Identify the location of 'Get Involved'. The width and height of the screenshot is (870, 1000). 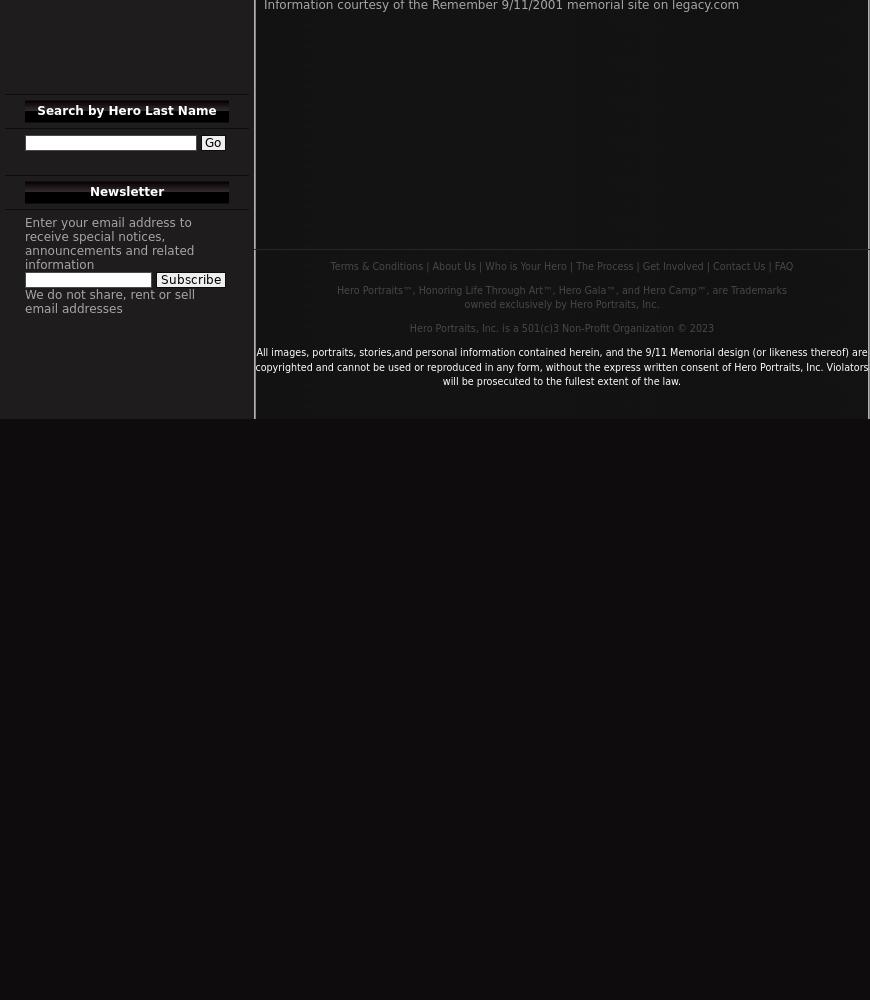
(672, 265).